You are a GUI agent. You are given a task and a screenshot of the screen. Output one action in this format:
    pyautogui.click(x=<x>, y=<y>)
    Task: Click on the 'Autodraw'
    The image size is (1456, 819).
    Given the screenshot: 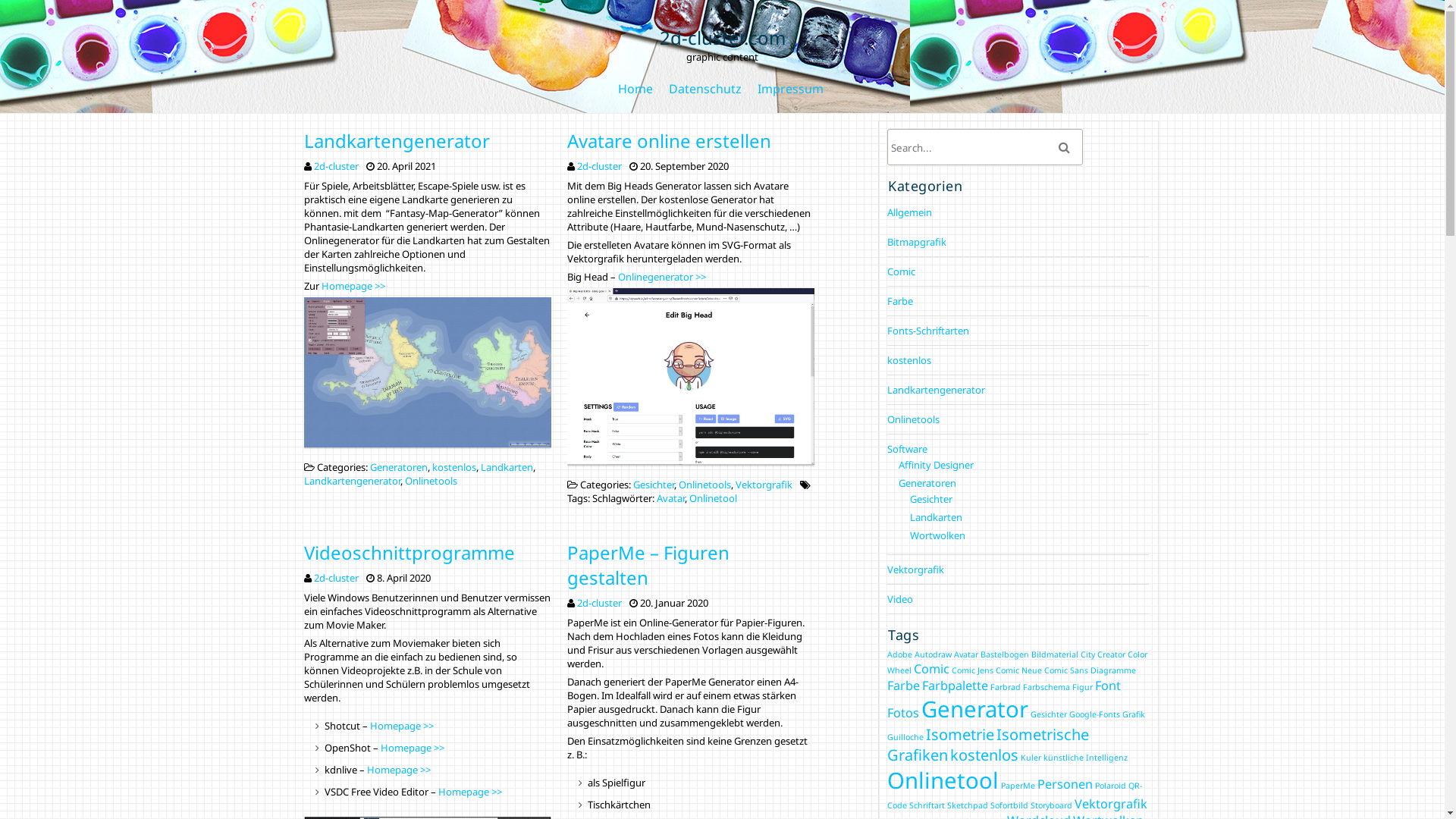 What is the action you would take?
    pyautogui.click(x=932, y=654)
    